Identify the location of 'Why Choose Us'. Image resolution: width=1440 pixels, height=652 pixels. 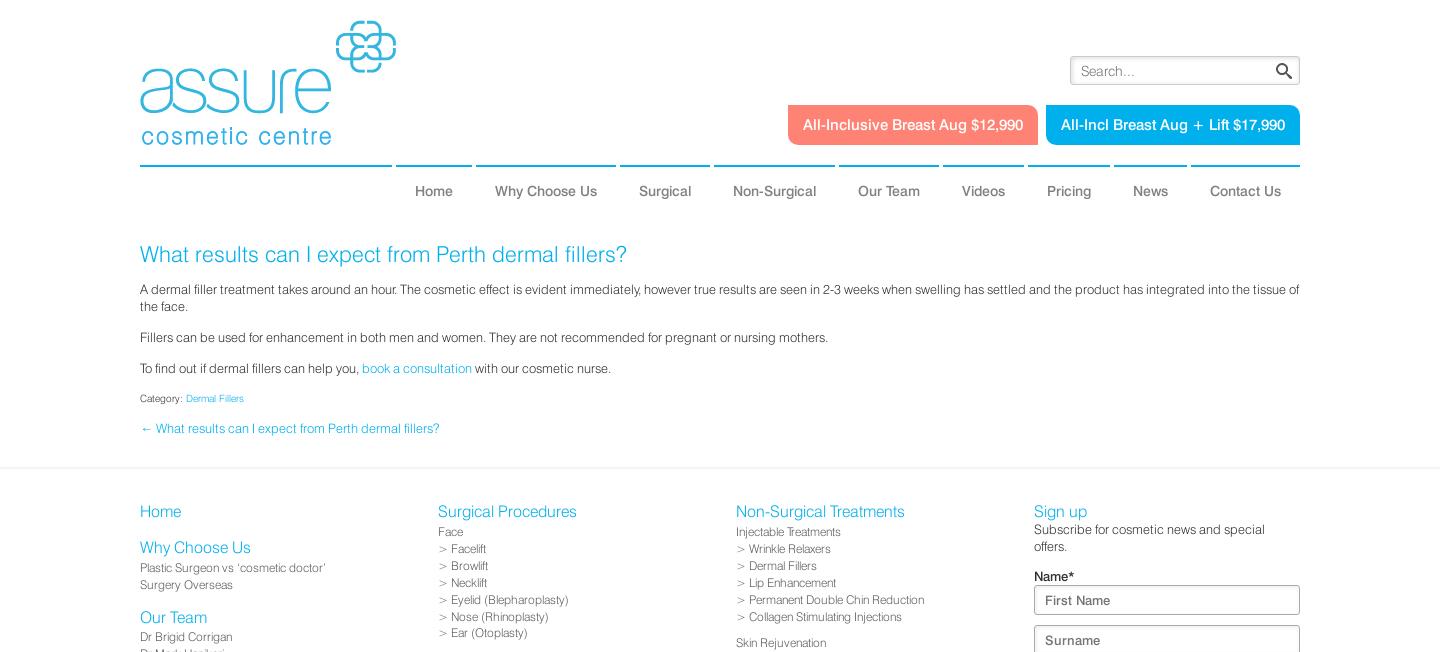
(546, 189).